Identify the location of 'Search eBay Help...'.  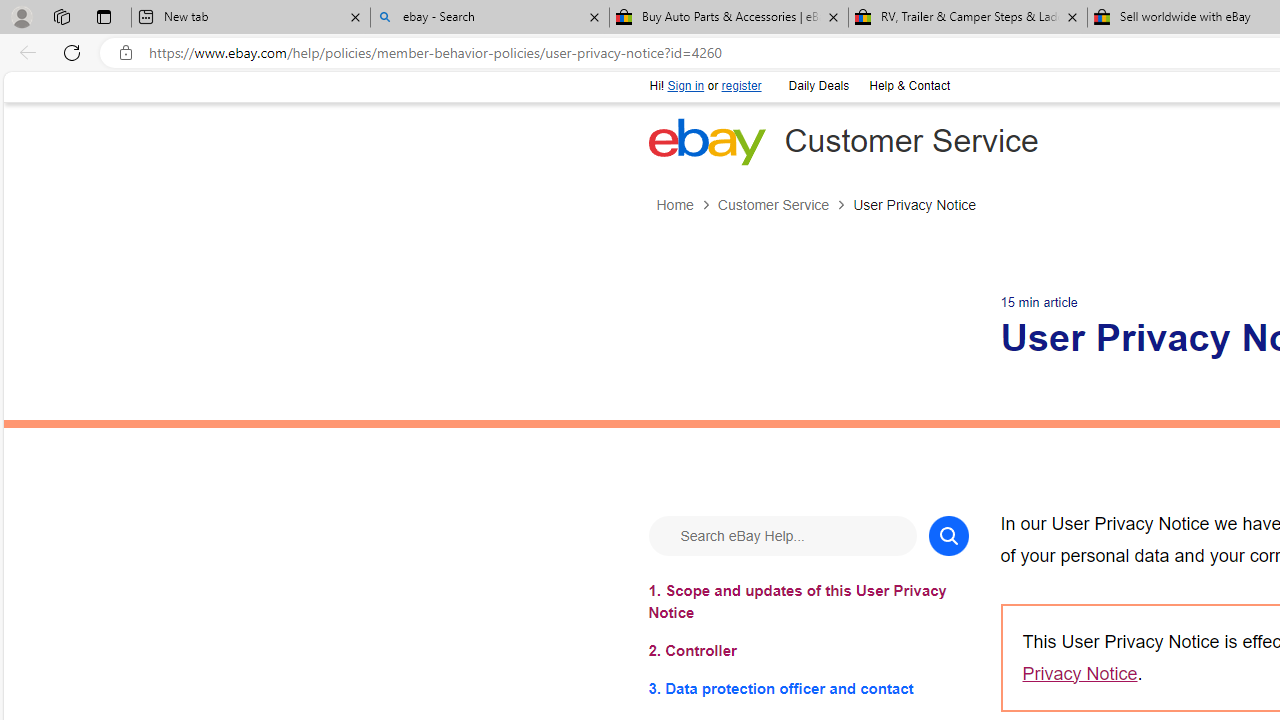
(781, 534).